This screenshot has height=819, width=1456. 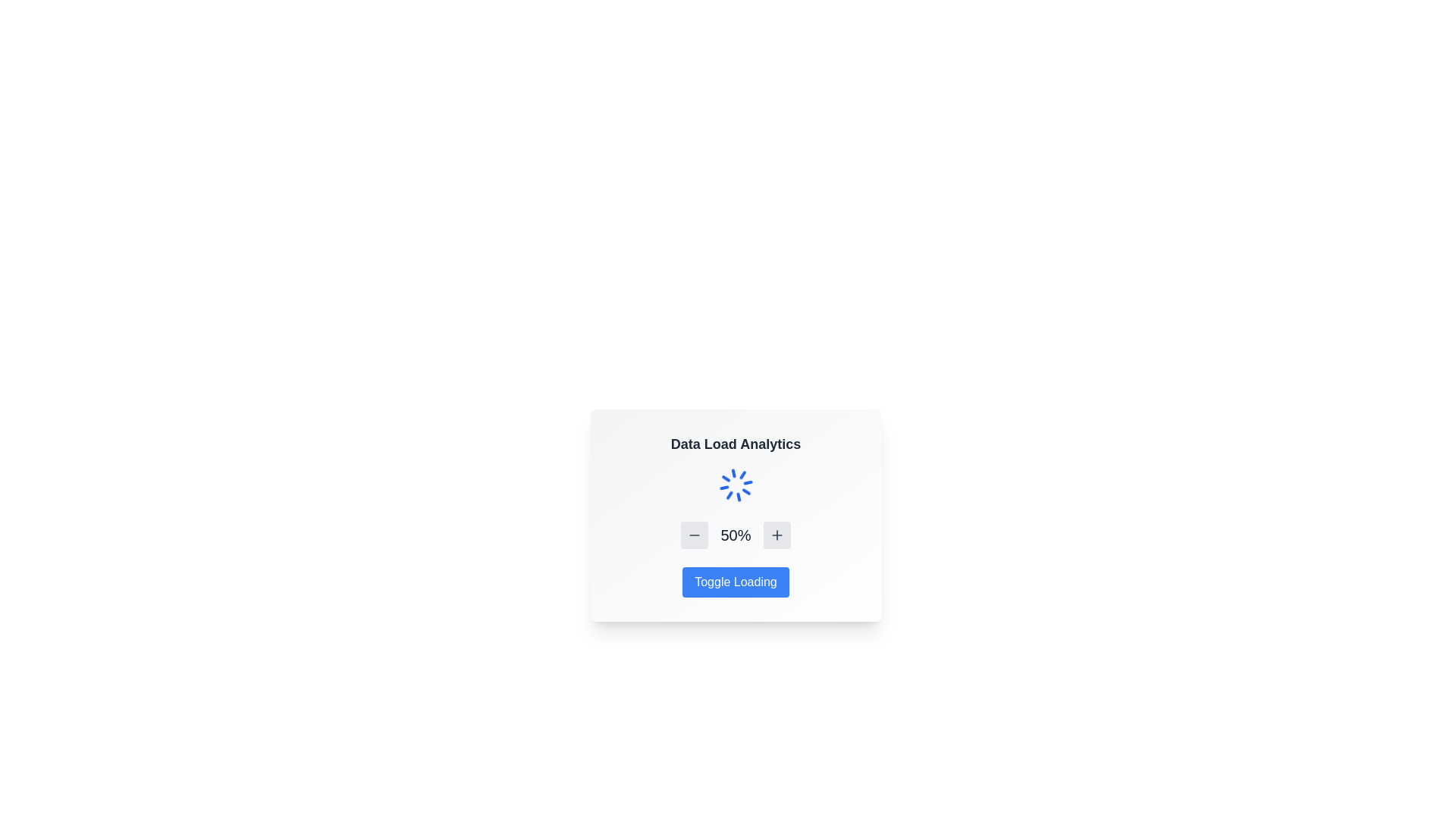 What do you see at coordinates (736, 534) in the screenshot?
I see `the read-only percentage value label located centrally in the horizontal group of decrement and increment controls, which is aligned with the 'Data Load Analytics' section` at bounding box center [736, 534].